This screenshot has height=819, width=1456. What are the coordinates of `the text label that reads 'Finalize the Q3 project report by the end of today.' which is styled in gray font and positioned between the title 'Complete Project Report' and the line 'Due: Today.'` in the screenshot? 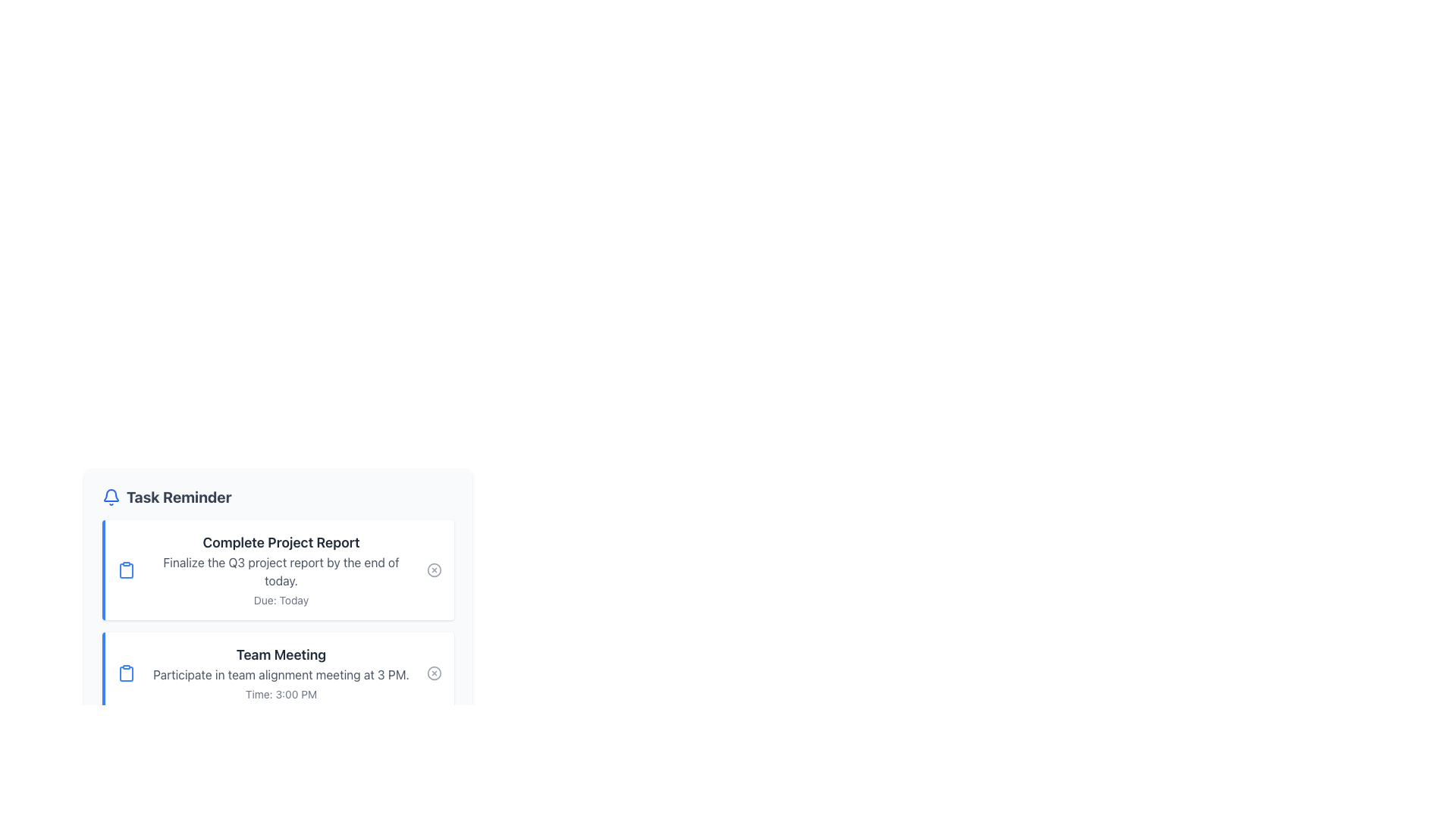 It's located at (281, 571).